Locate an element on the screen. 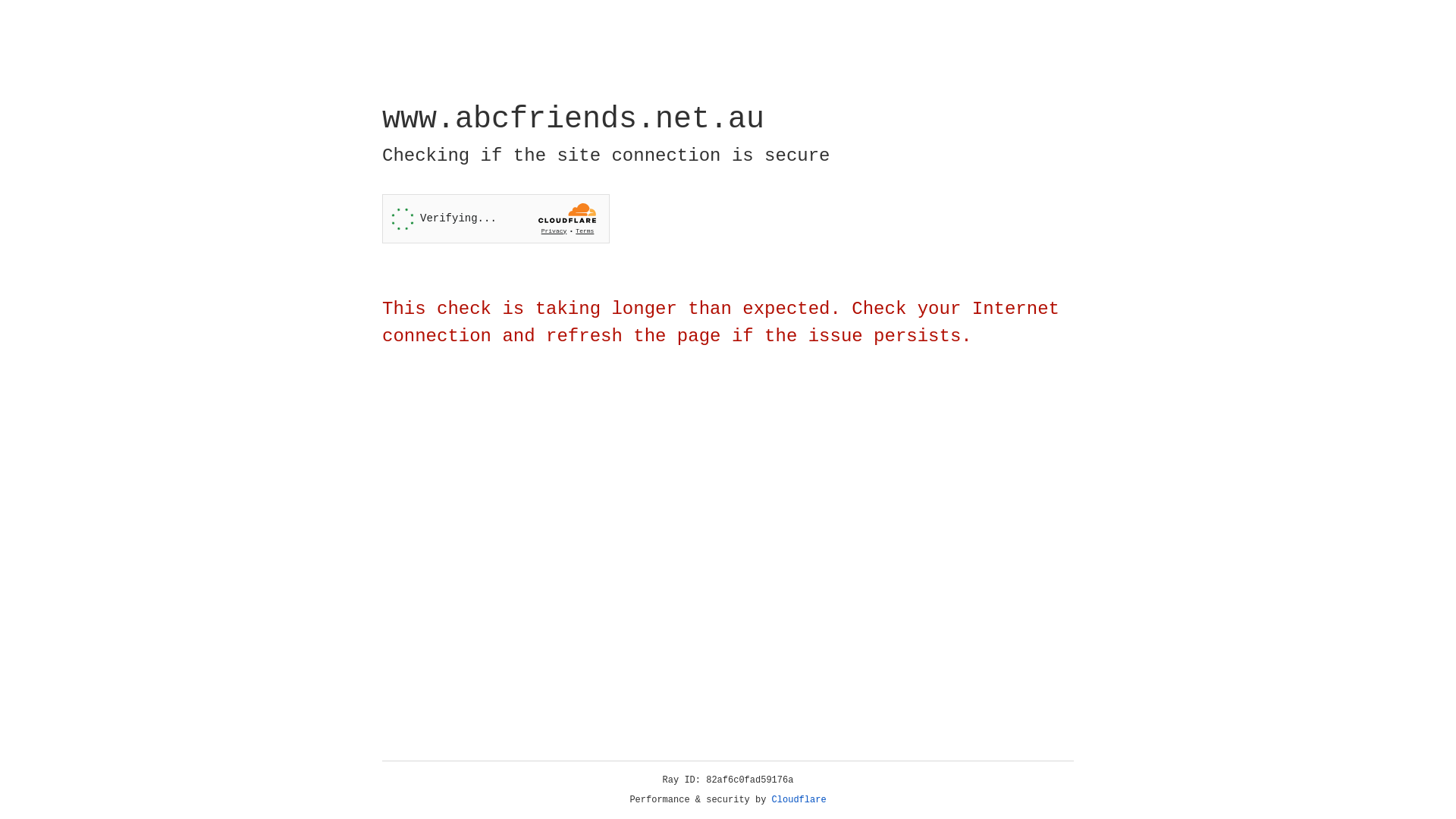  'Widget containing a Cloudflare security challenge' is located at coordinates (495, 218).